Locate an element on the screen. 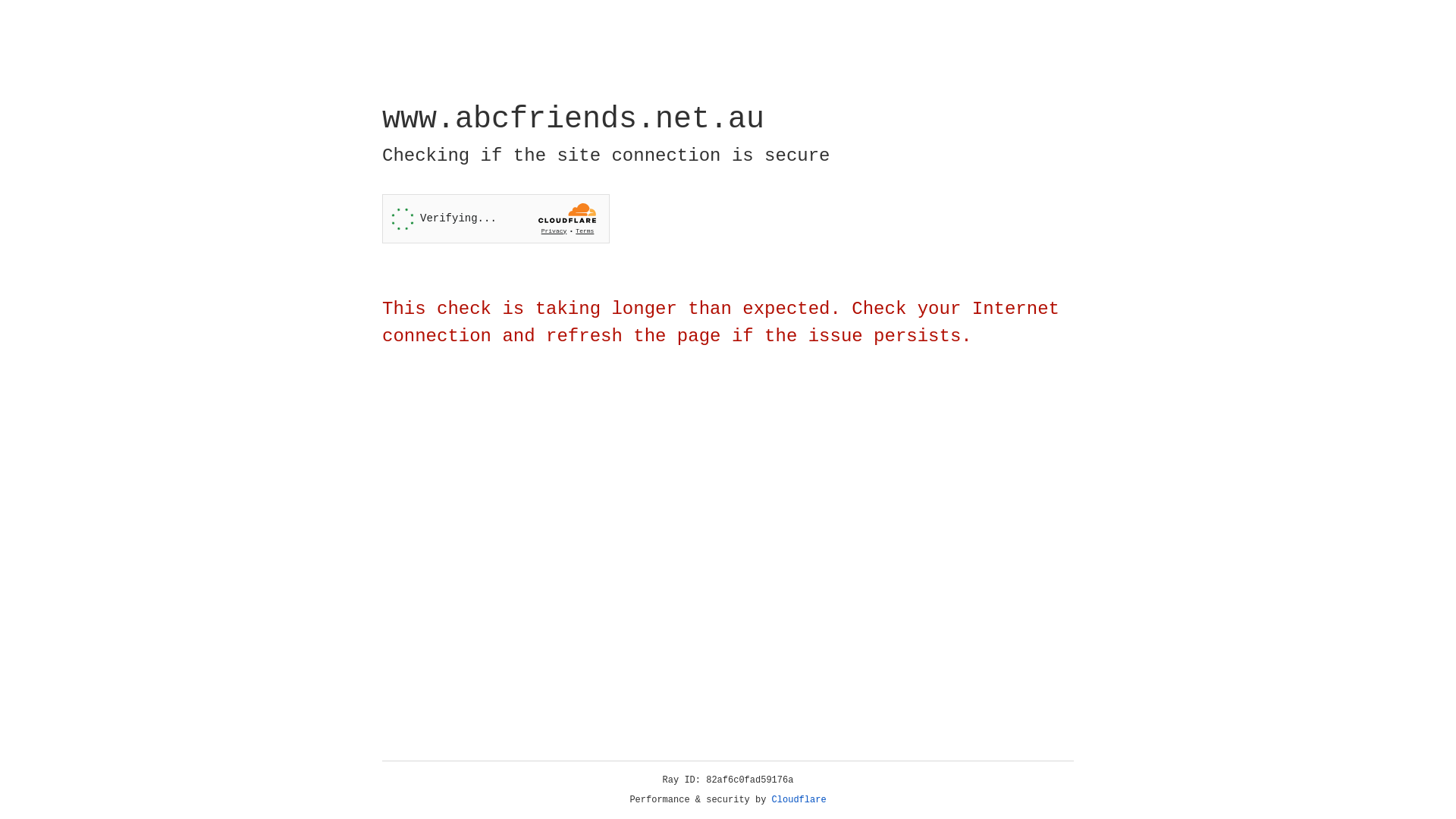  'Widget containing a Cloudflare security challenge' is located at coordinates (495, 218).